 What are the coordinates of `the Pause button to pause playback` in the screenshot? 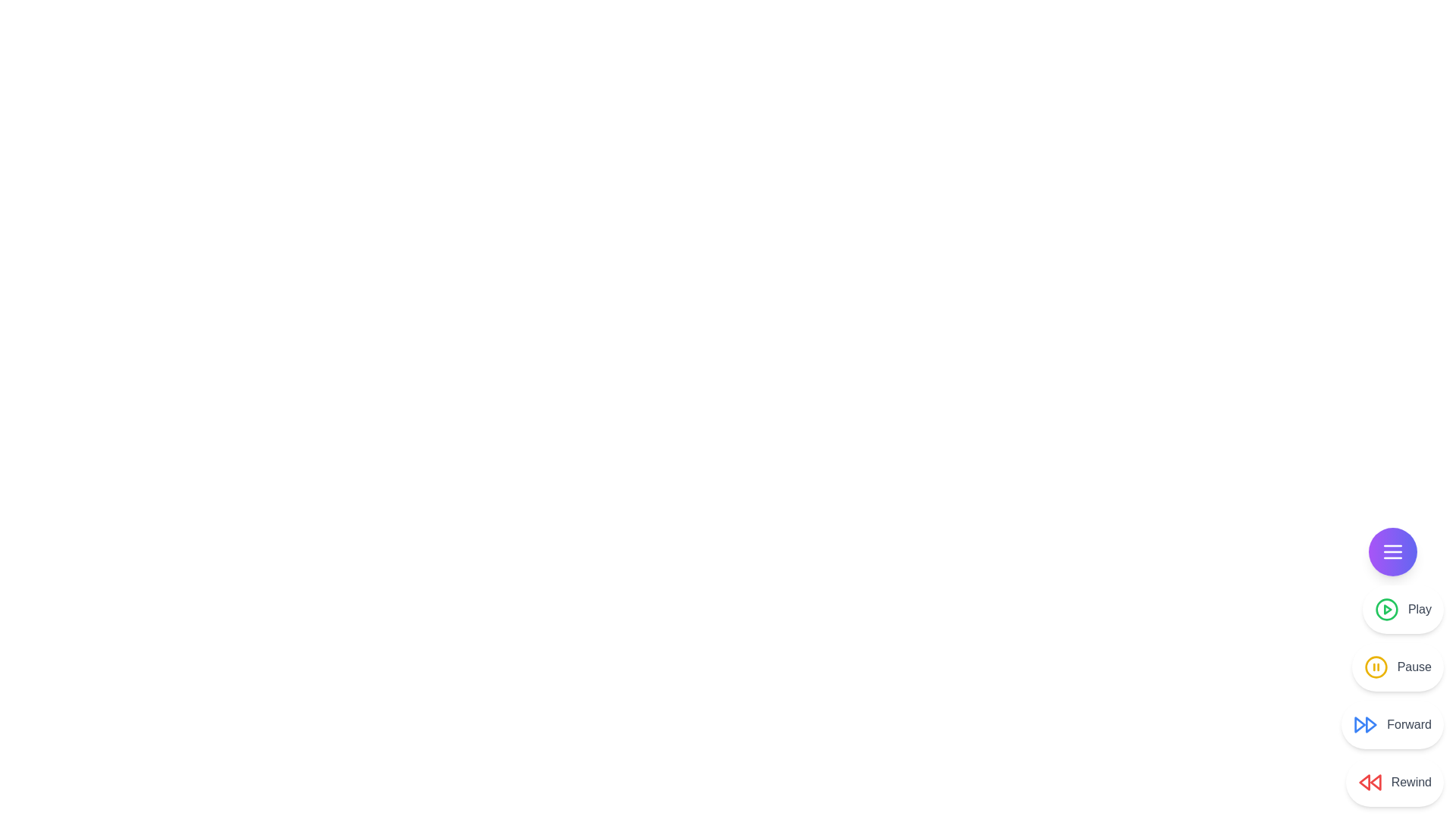 It's located at (1397, 666).